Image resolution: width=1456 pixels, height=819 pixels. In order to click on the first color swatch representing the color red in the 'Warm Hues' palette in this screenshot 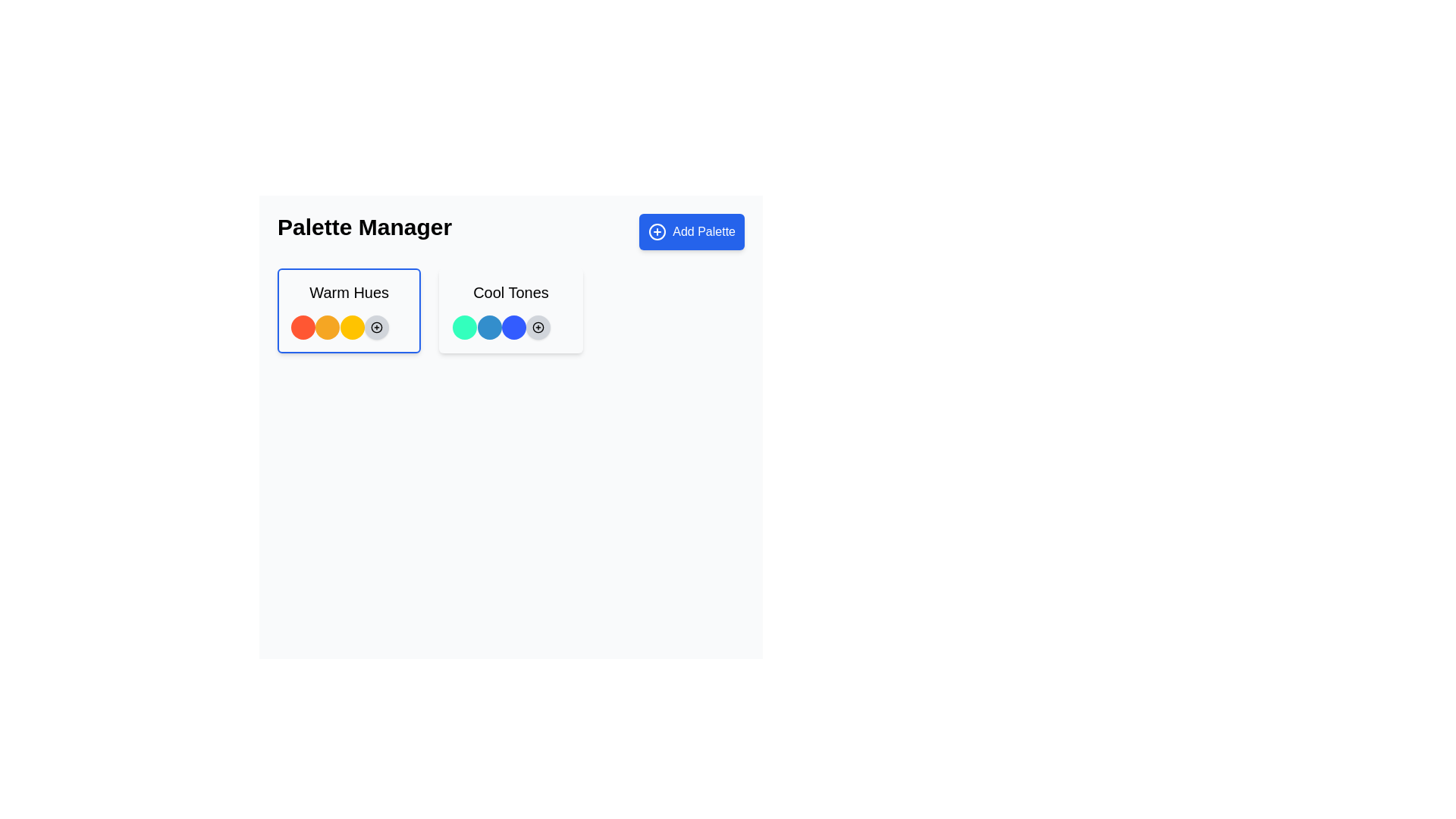, I will do `click(303, 327)`.